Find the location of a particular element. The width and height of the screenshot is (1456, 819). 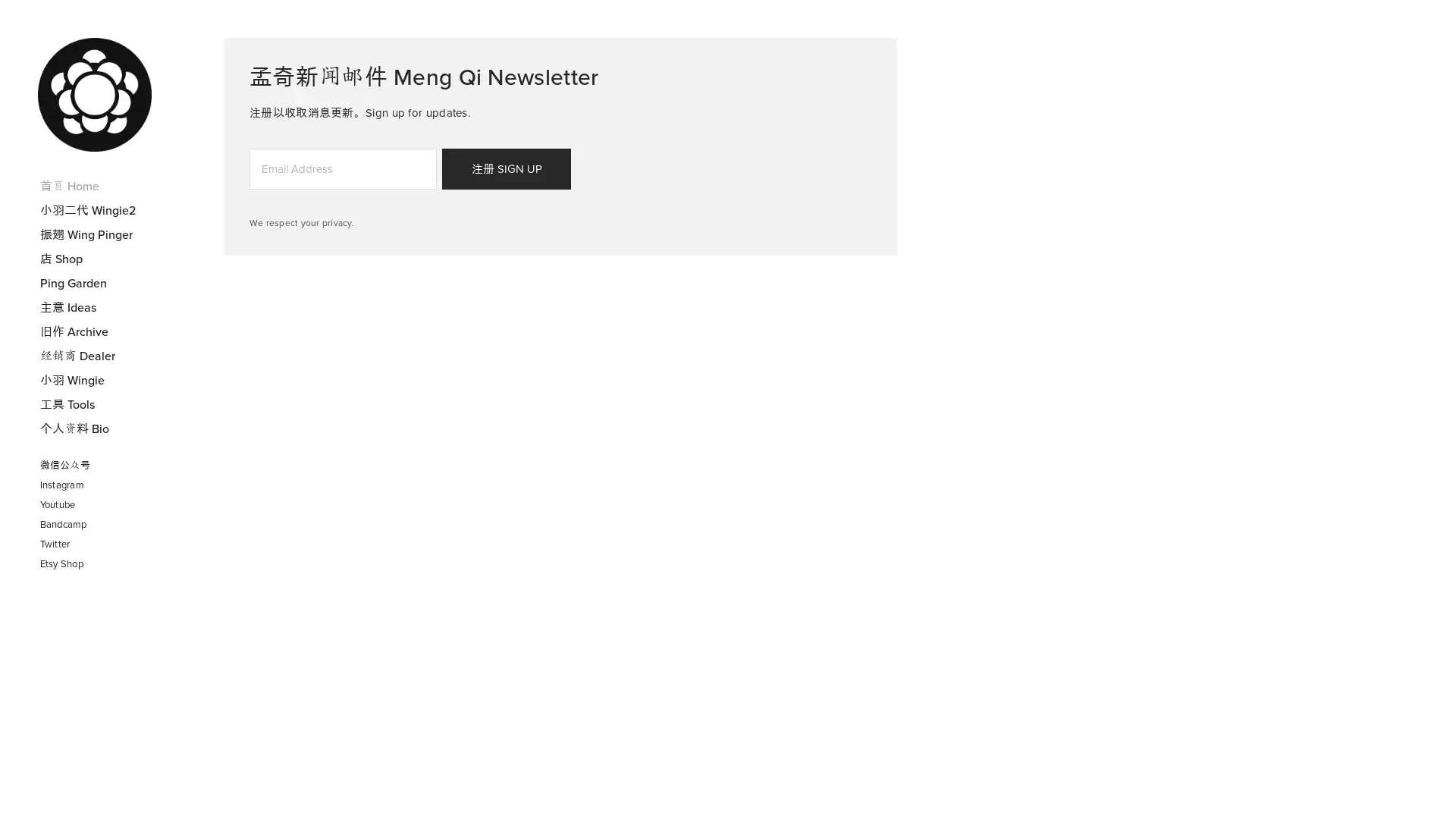

SIGN UP is located at coordinates (506, 169).